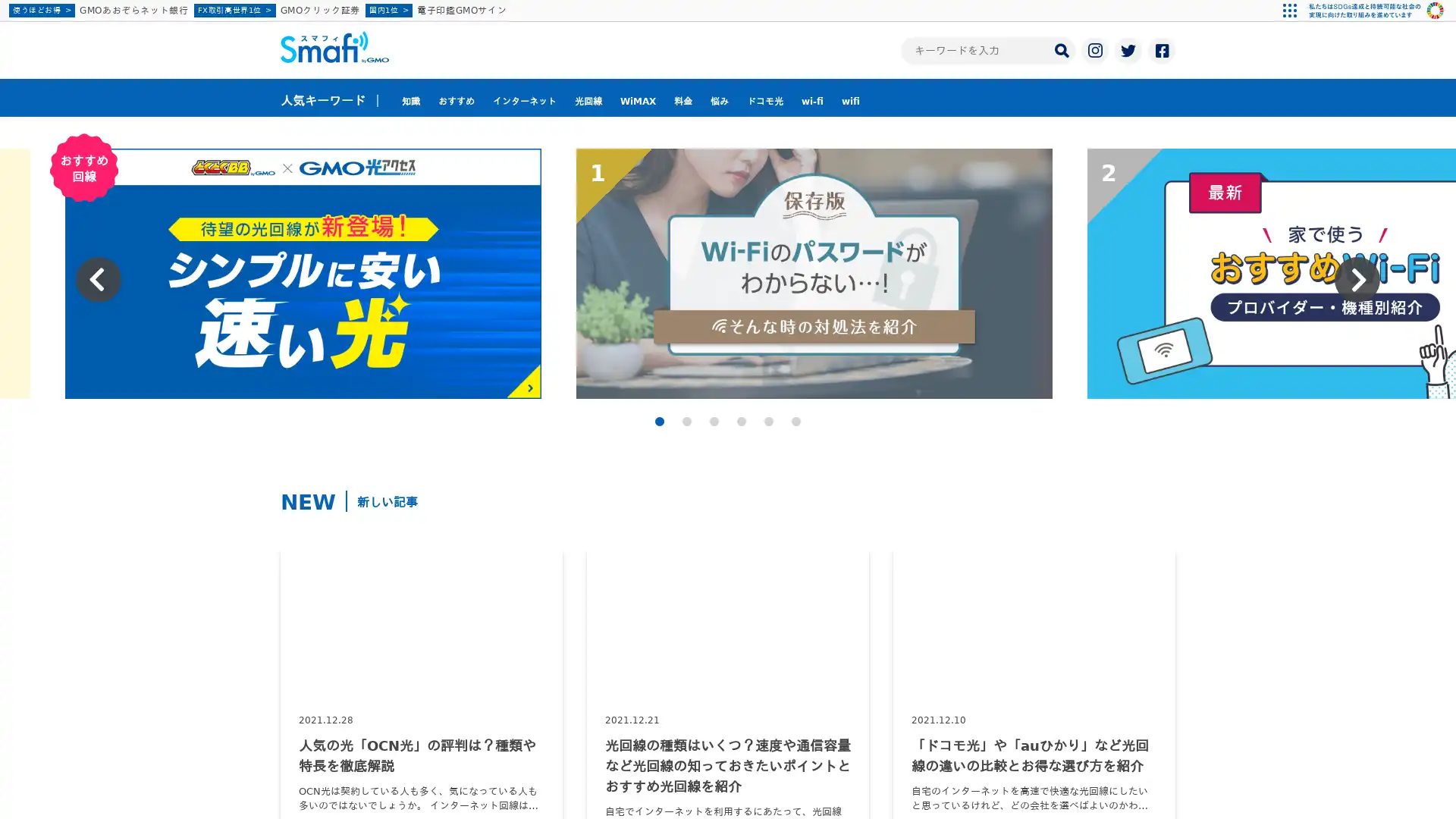 The height and width of the screenshot is (819, 1456). I want to click on Previous, so click(97, 280).